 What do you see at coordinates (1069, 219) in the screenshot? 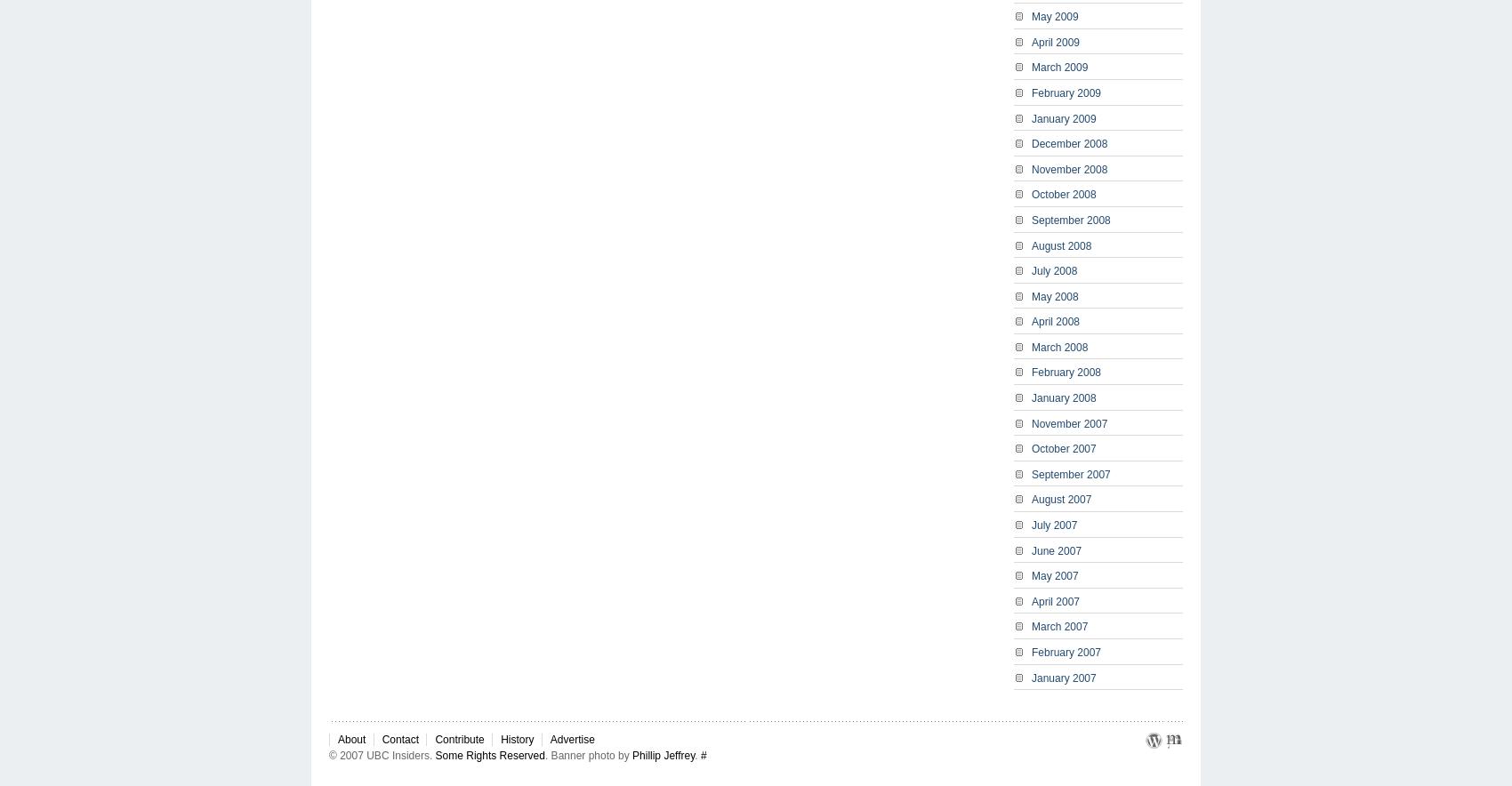
I see `'September 2008'` at bounding box center [1069, 219].